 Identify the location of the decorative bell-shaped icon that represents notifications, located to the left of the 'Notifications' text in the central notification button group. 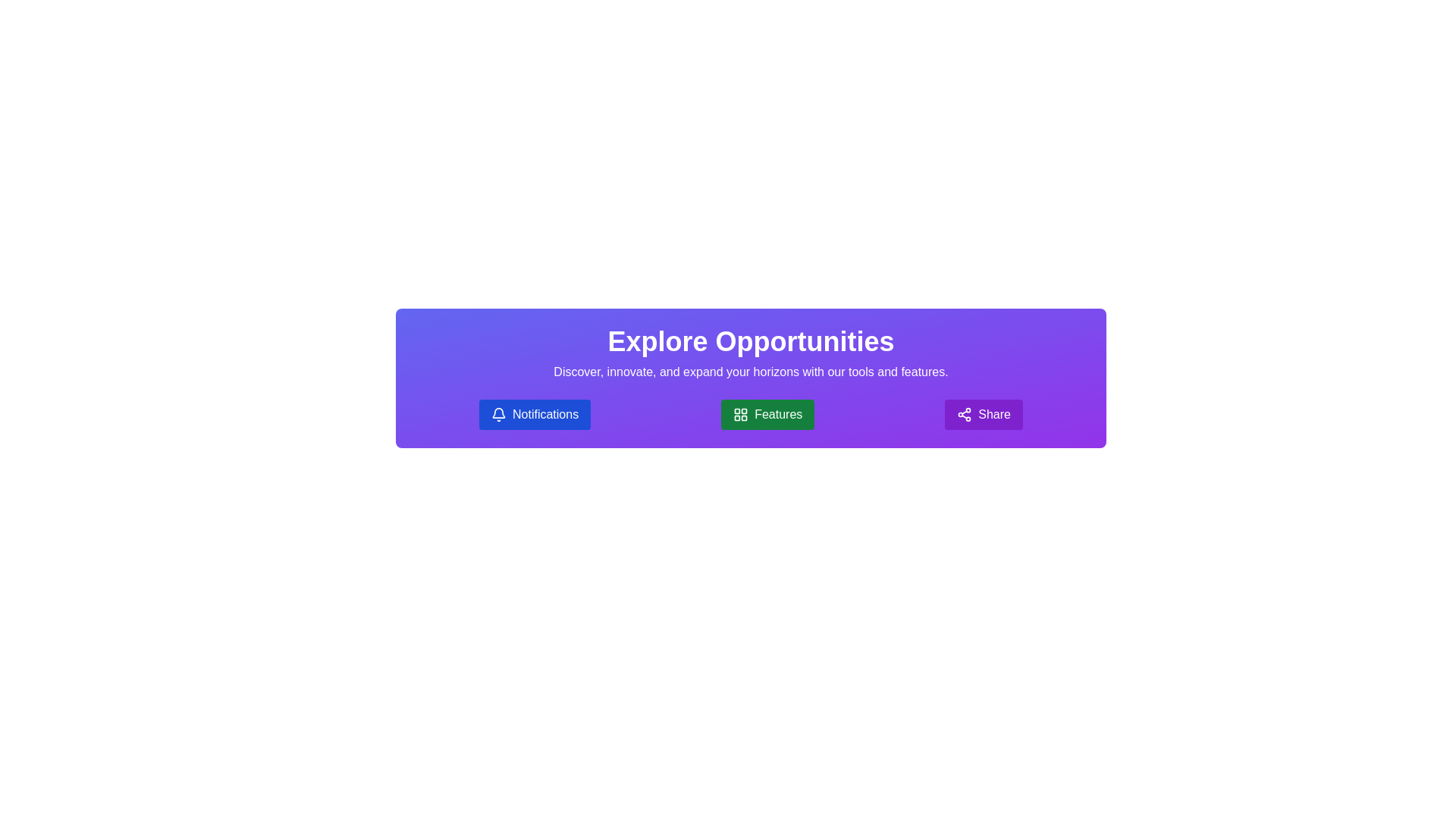
(498, 413).